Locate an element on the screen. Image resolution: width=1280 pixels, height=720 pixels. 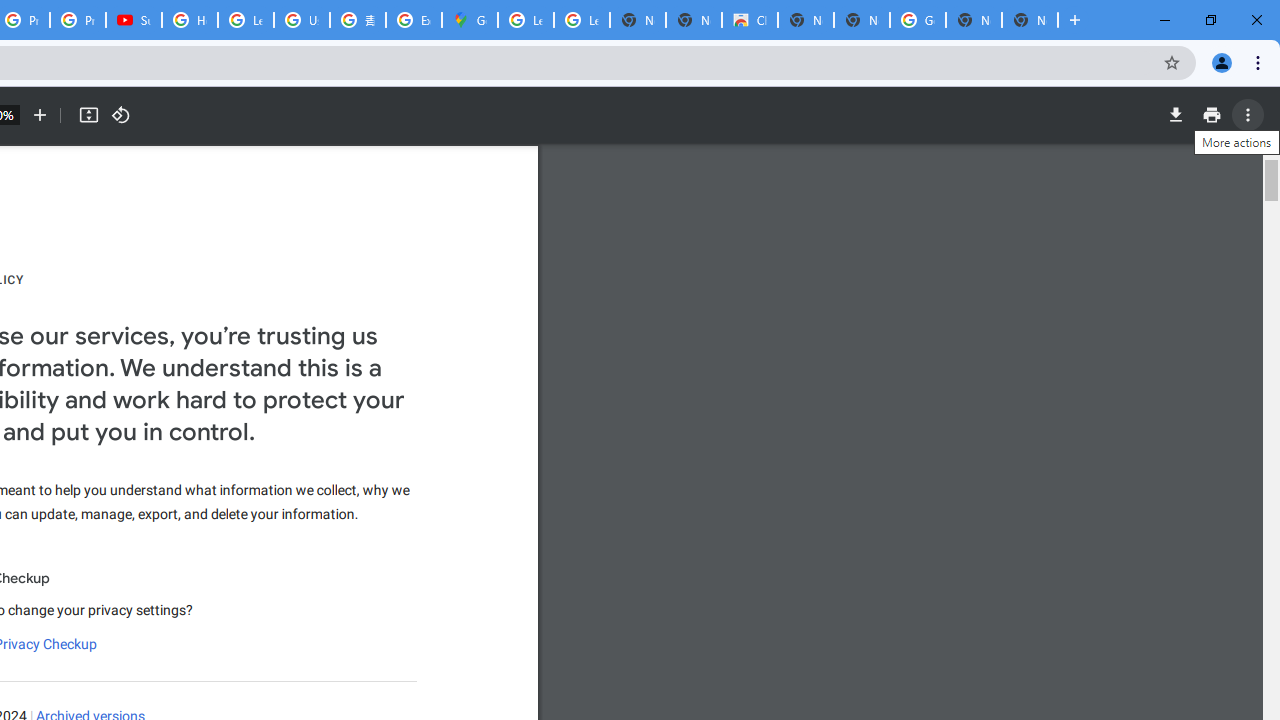
'Rotate counterclockwise' is located at coordinates (119, 115).